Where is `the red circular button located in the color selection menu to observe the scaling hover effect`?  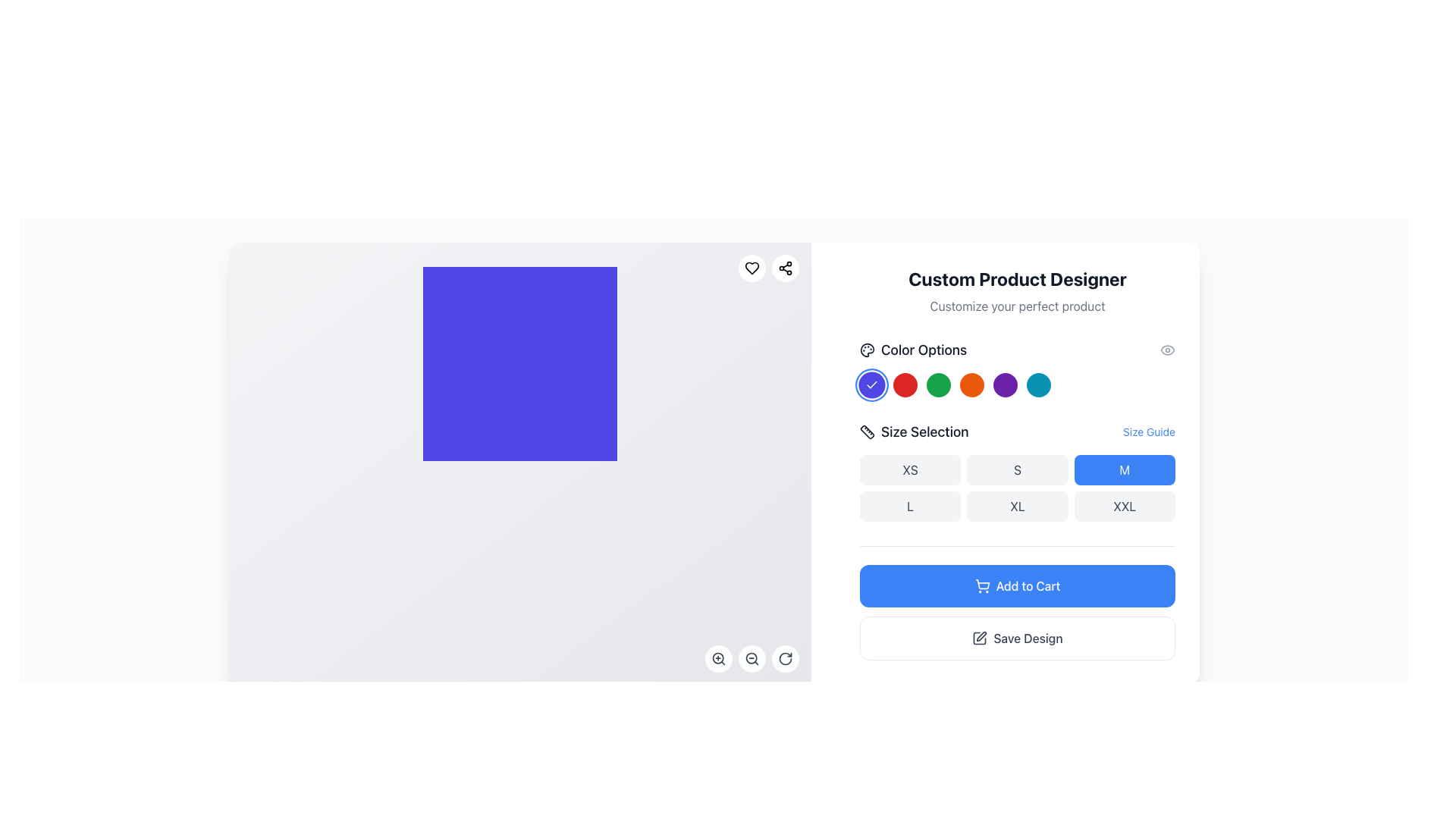
the red circular button located in the color selection menu to observe the scaling hover effect is located at coordinates (905, 384).